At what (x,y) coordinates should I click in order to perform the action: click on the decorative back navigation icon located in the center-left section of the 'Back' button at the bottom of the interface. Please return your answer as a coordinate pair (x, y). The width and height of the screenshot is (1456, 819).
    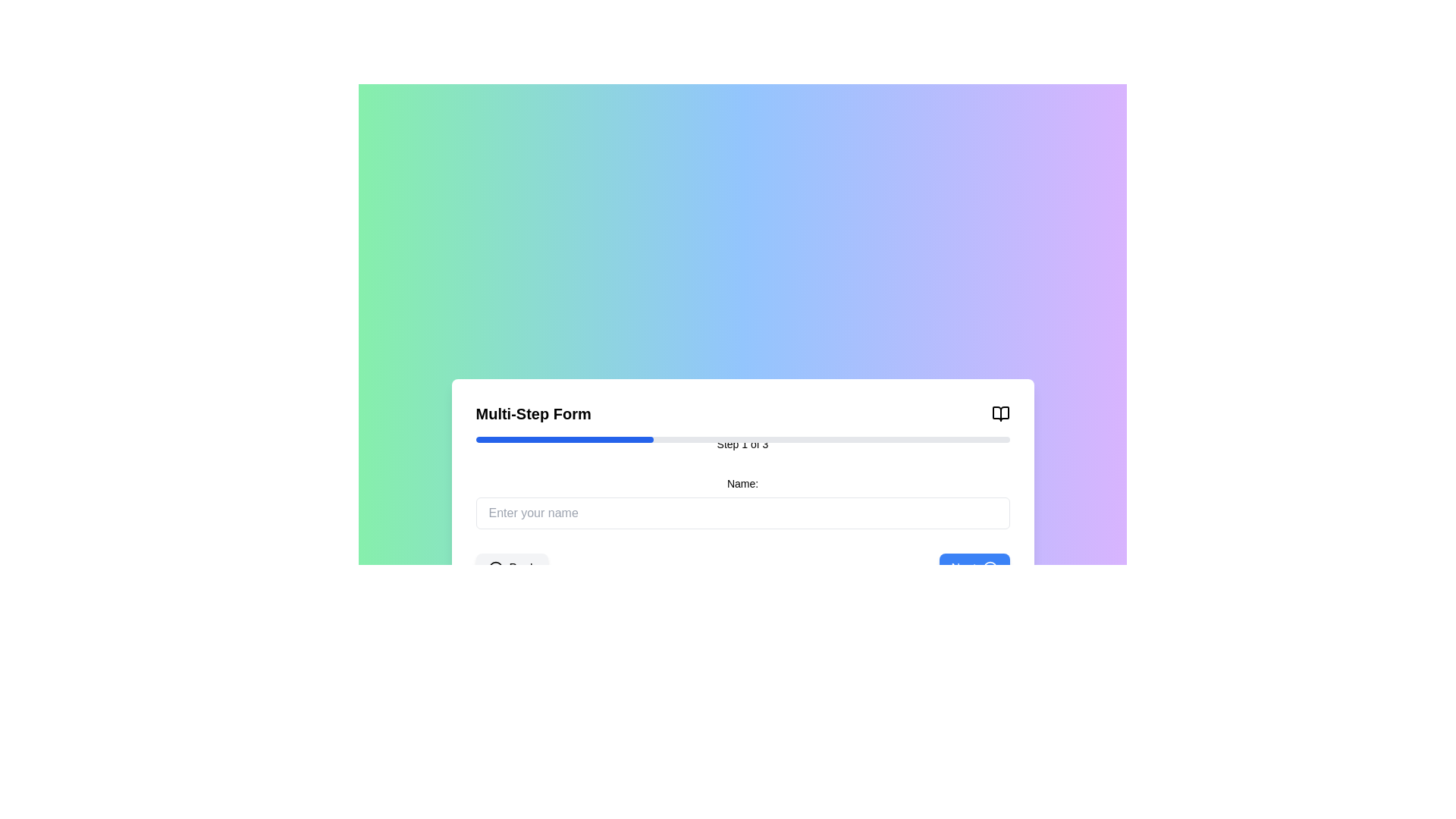
    Looking at the image, I should click on (495, 568).